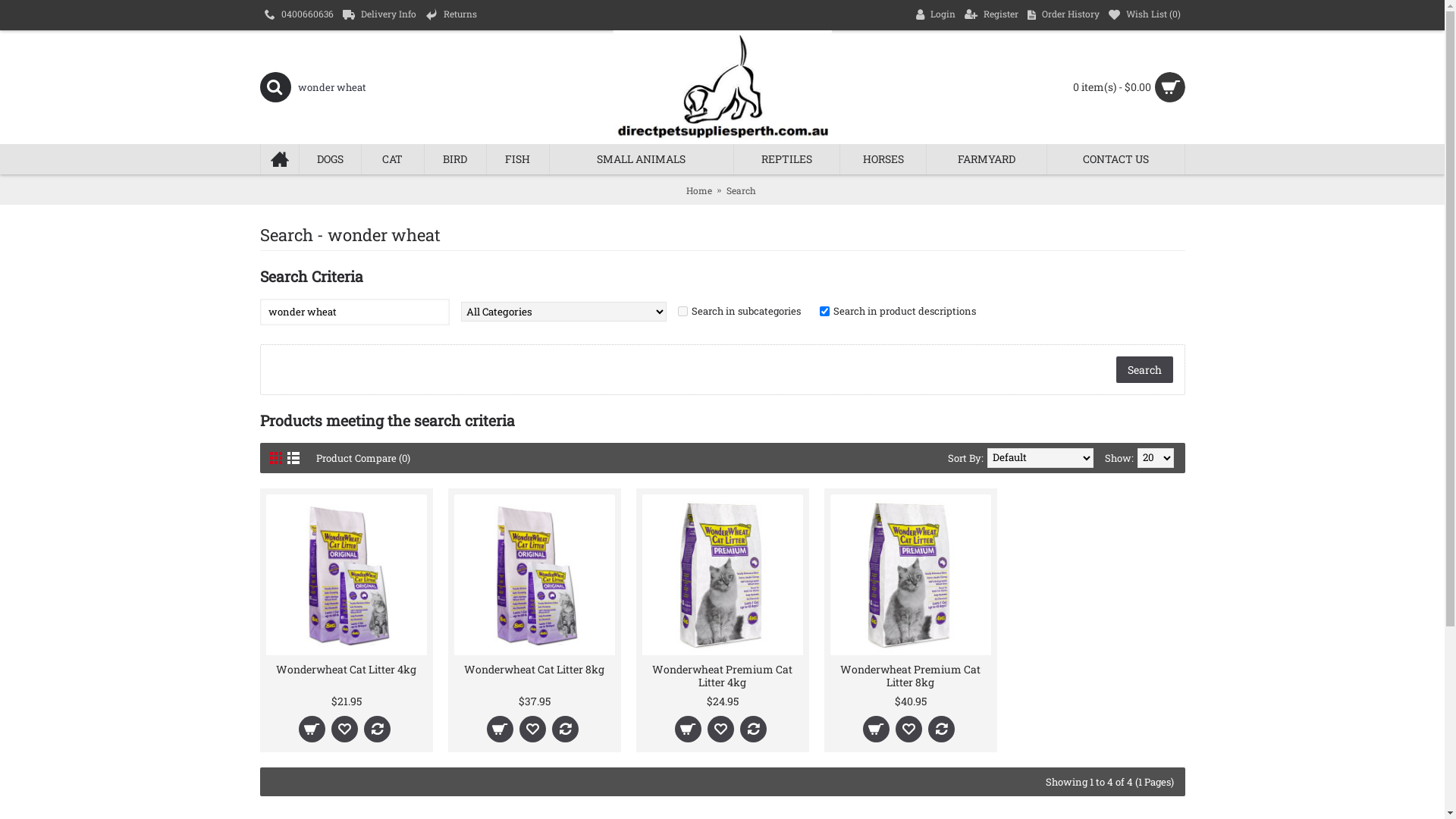  Describe the element at coordinates (1116, 158) in the screenshot. I see `'CONTACT US'` at that location.